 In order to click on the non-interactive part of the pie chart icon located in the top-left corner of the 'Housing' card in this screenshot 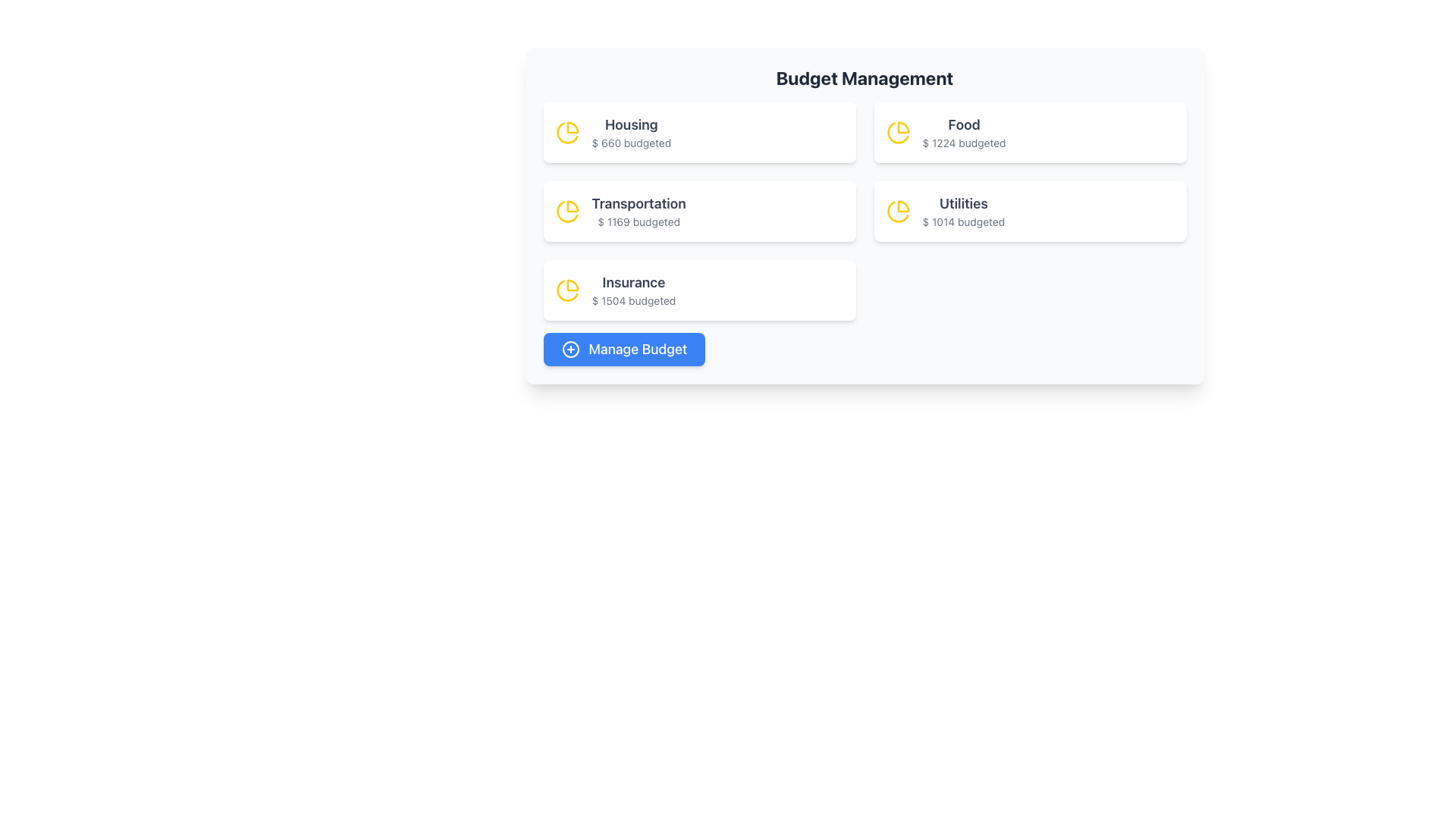, I will do `click(572, 127)`.